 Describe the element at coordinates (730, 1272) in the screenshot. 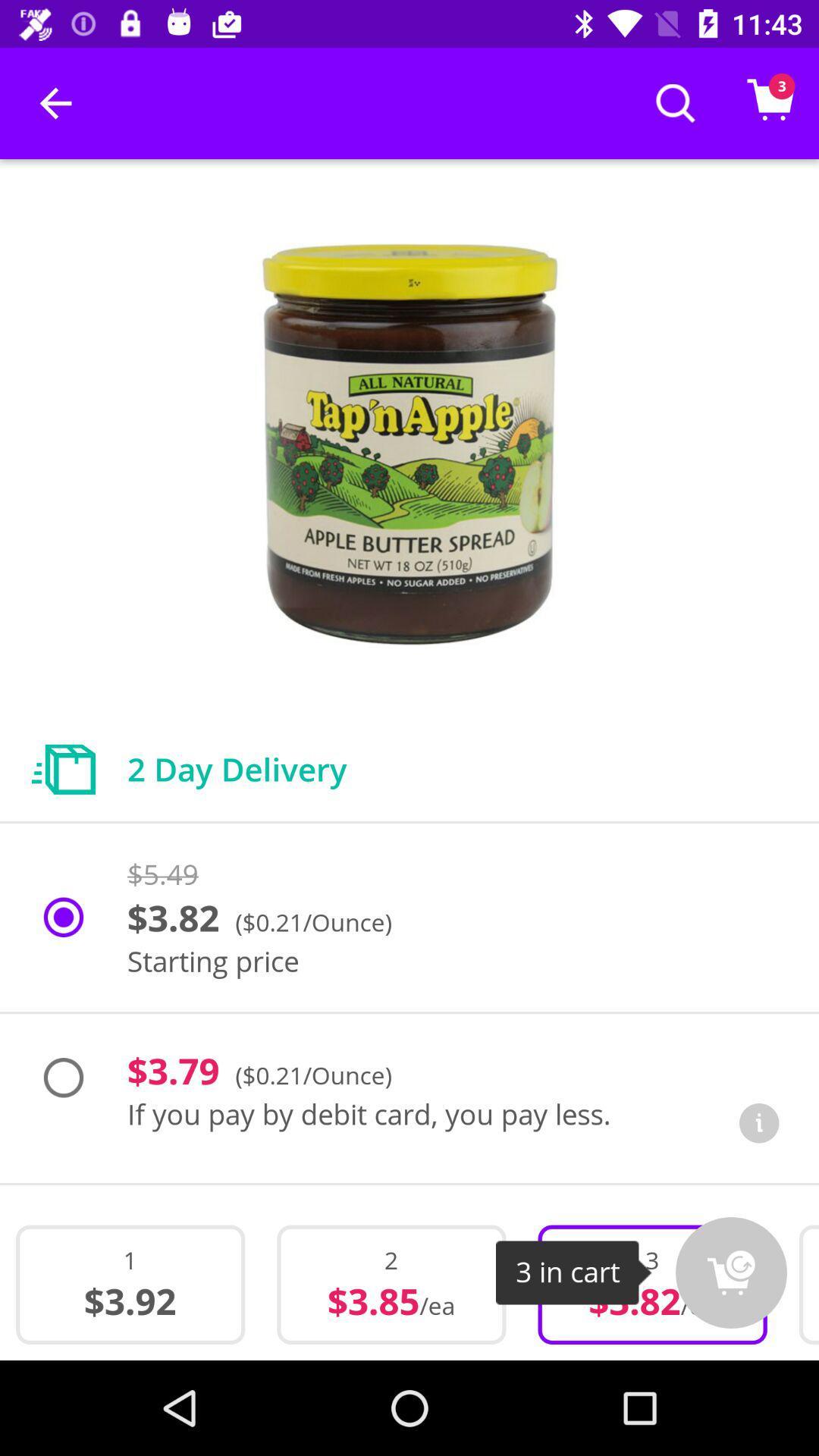

I see `open shopping cart` at that location.